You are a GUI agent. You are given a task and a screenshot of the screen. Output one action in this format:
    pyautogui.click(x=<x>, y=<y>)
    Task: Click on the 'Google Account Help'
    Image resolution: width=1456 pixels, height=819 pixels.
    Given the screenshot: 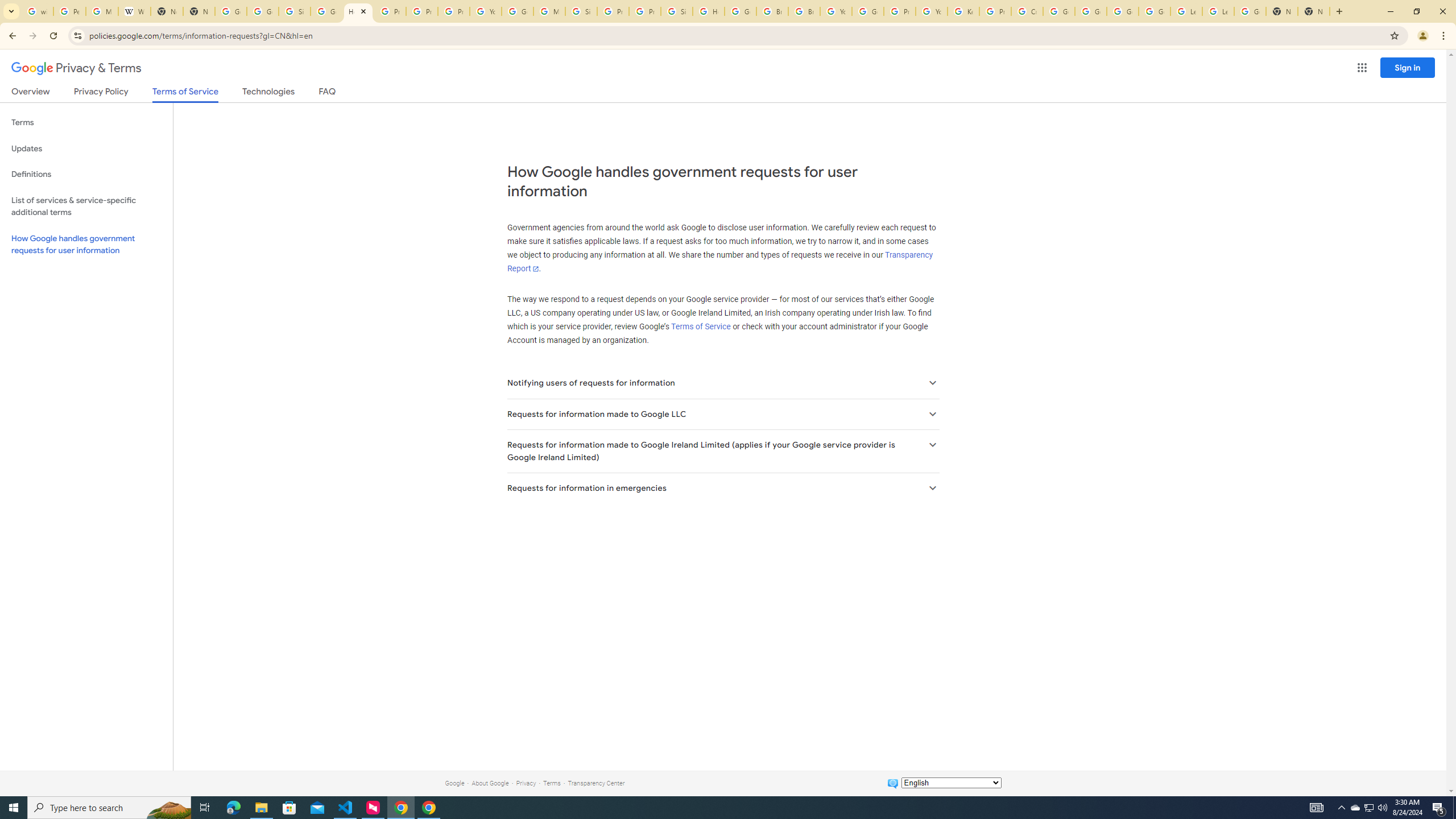 What is the action you would take?
    pyautogui.click(x=1090, y=11)
    